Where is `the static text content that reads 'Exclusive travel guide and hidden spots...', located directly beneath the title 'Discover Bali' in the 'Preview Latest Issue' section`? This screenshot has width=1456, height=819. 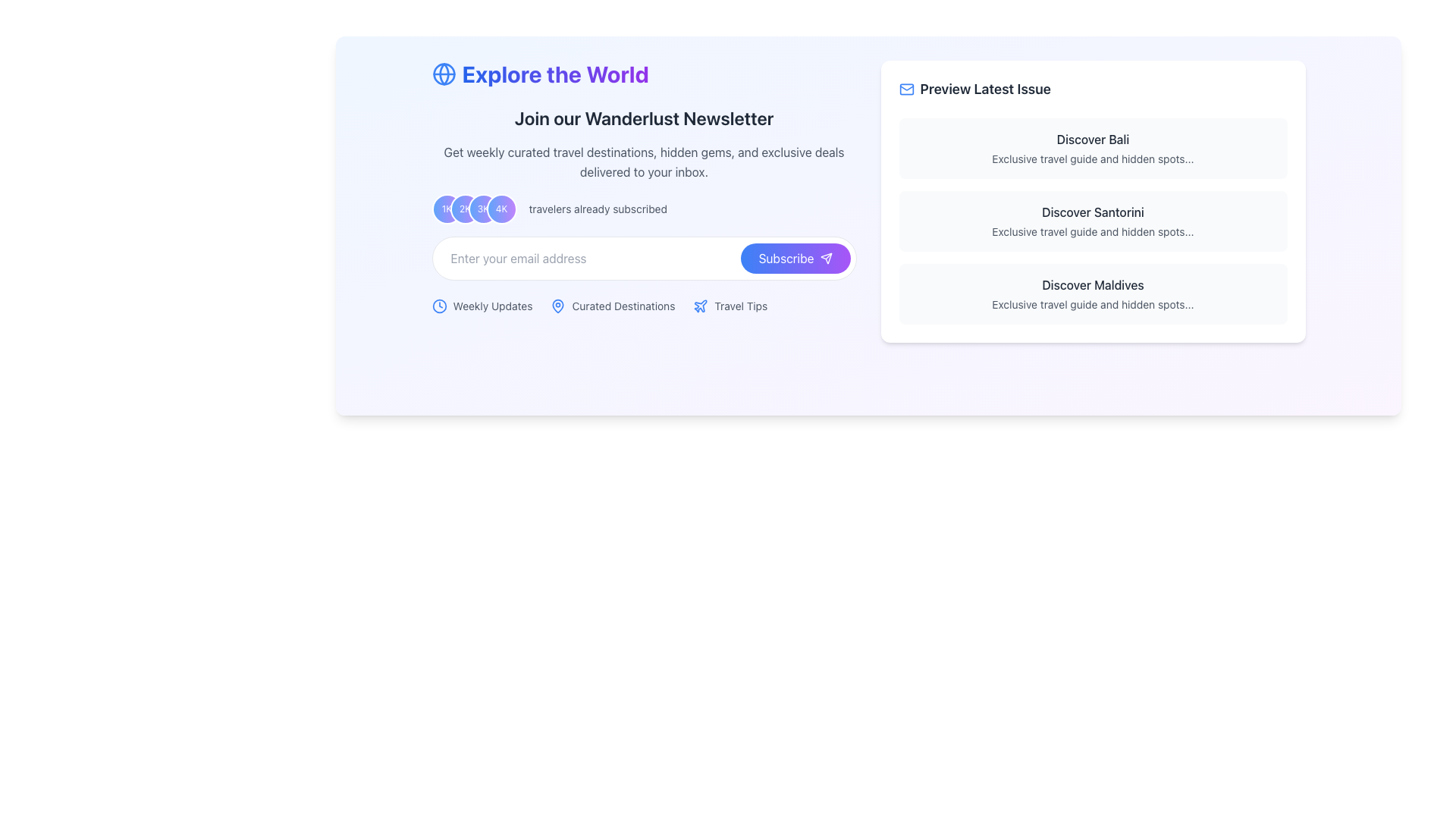
the static text content that reads 'Exclusive travel guide and hidden spots...', located directly beneath the title 'Discover Bali' in the 'Preview Latest Issue' section is located at coordinates (1093, 158).